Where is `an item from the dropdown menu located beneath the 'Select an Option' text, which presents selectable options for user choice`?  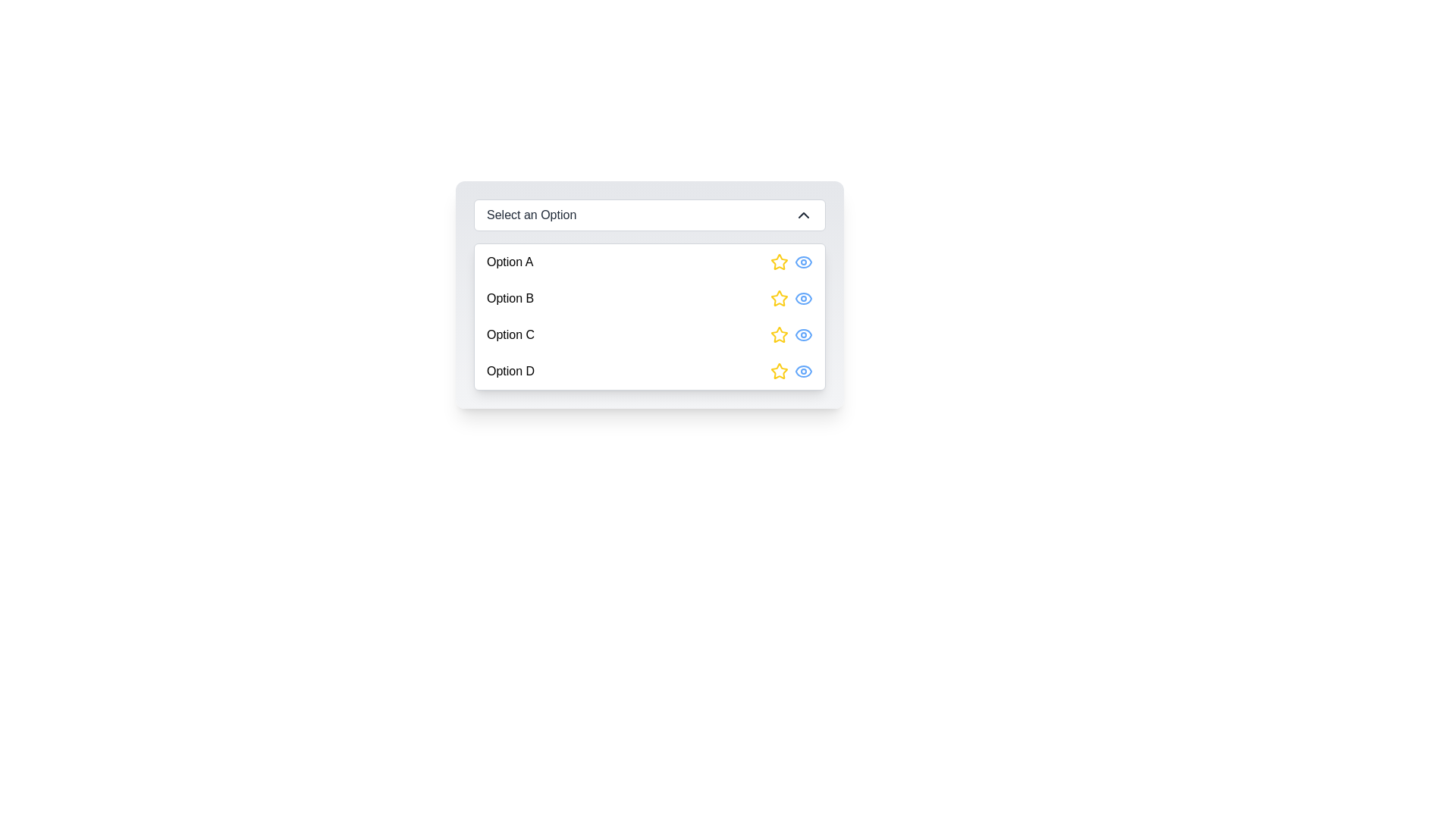 an item from the dropdown menu located beneath the 'Select an Option' text, which presents selectable options for user choice is located at coordinates (650, 315).